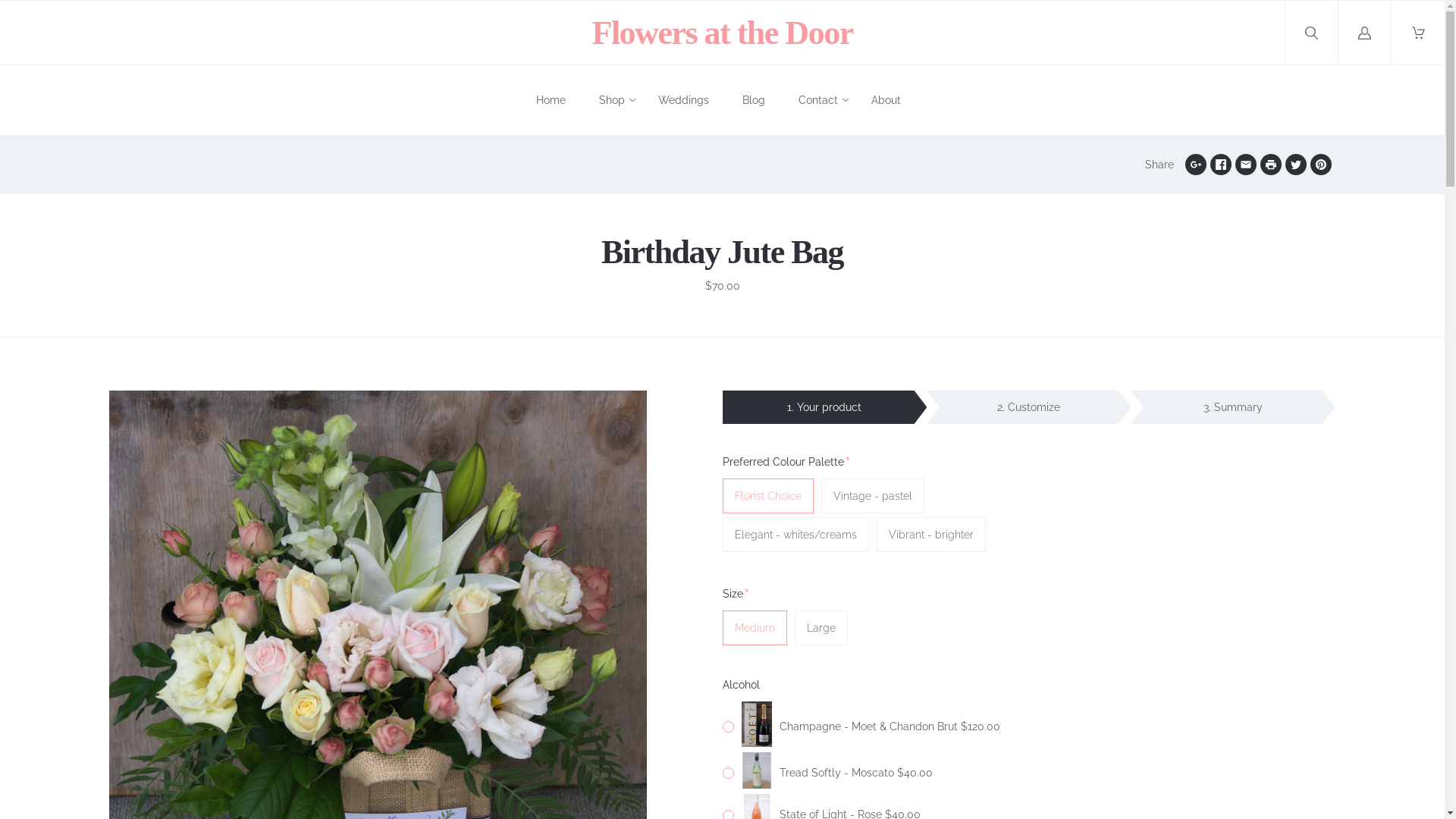  What do you see at coordinates (886, 100) in the screenshot?
I see `'About'` at bounding box center [886, 100].